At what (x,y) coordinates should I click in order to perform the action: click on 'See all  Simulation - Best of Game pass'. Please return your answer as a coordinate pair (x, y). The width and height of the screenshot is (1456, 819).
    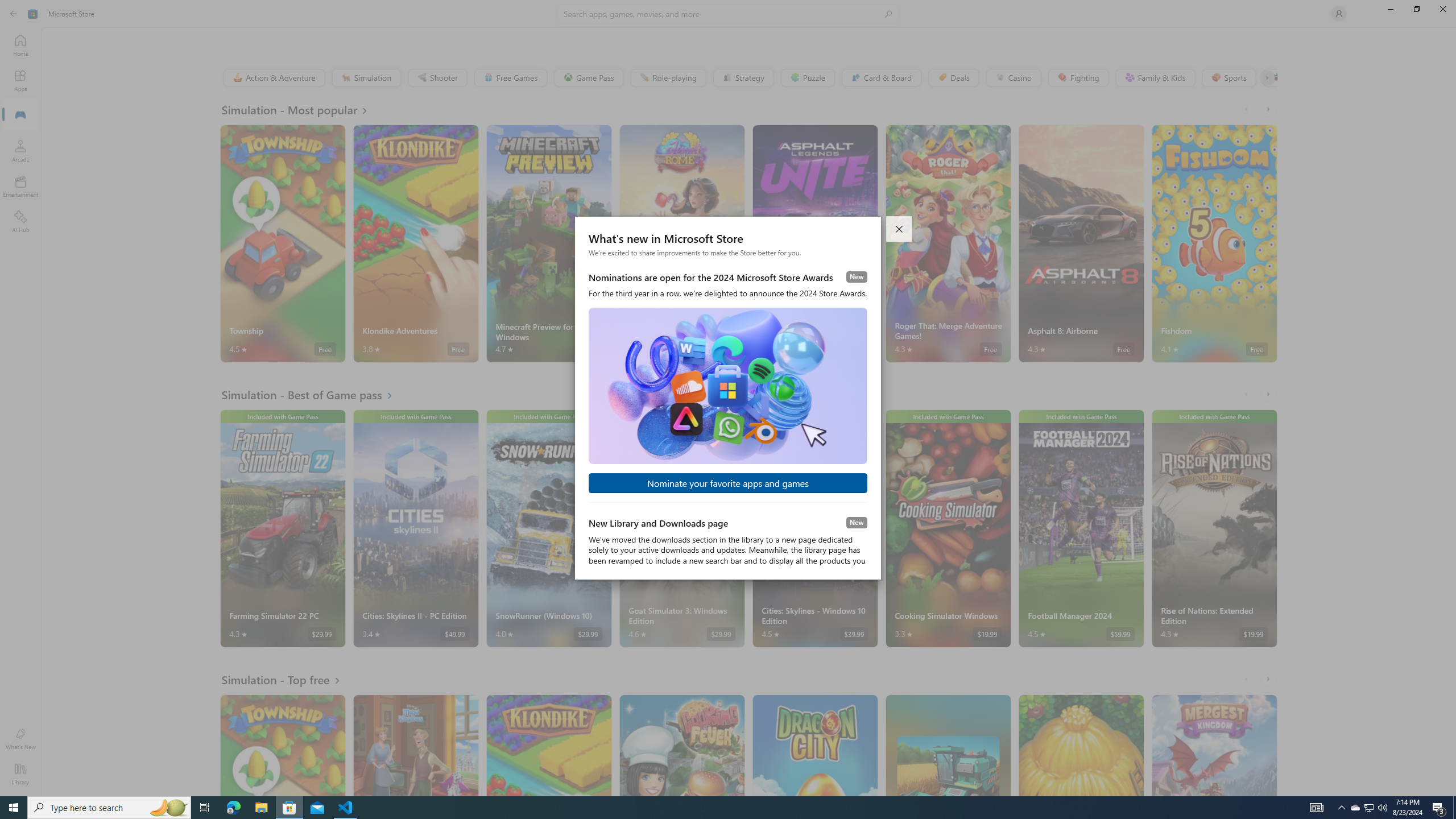
    Looking at the image, I should click on (313, 394).